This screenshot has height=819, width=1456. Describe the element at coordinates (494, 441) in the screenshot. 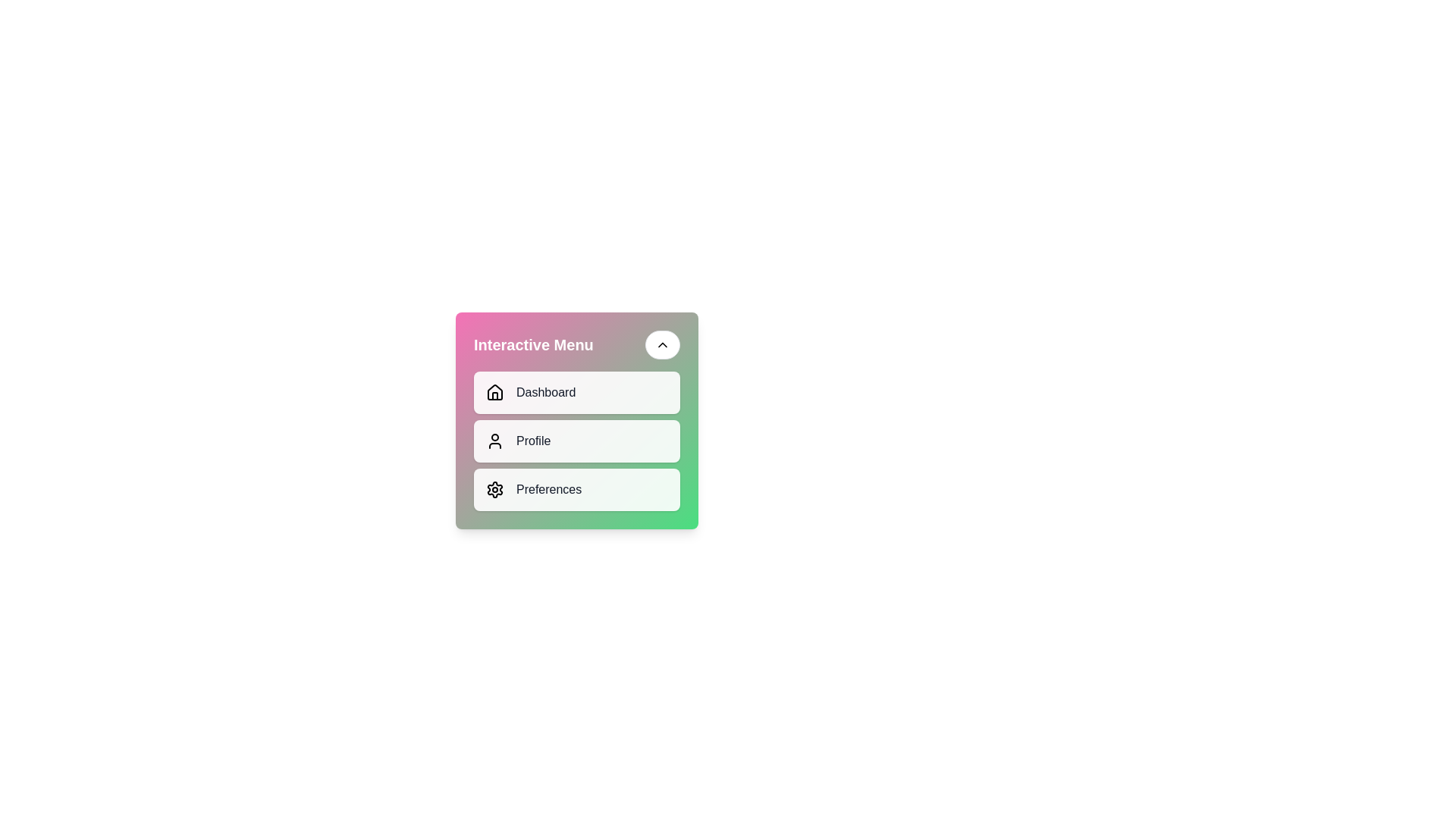

I see `the 'Profile' menu item icon, which is the graphical indicator located next to the text label 'Profile' in the vertical menu` at that location.